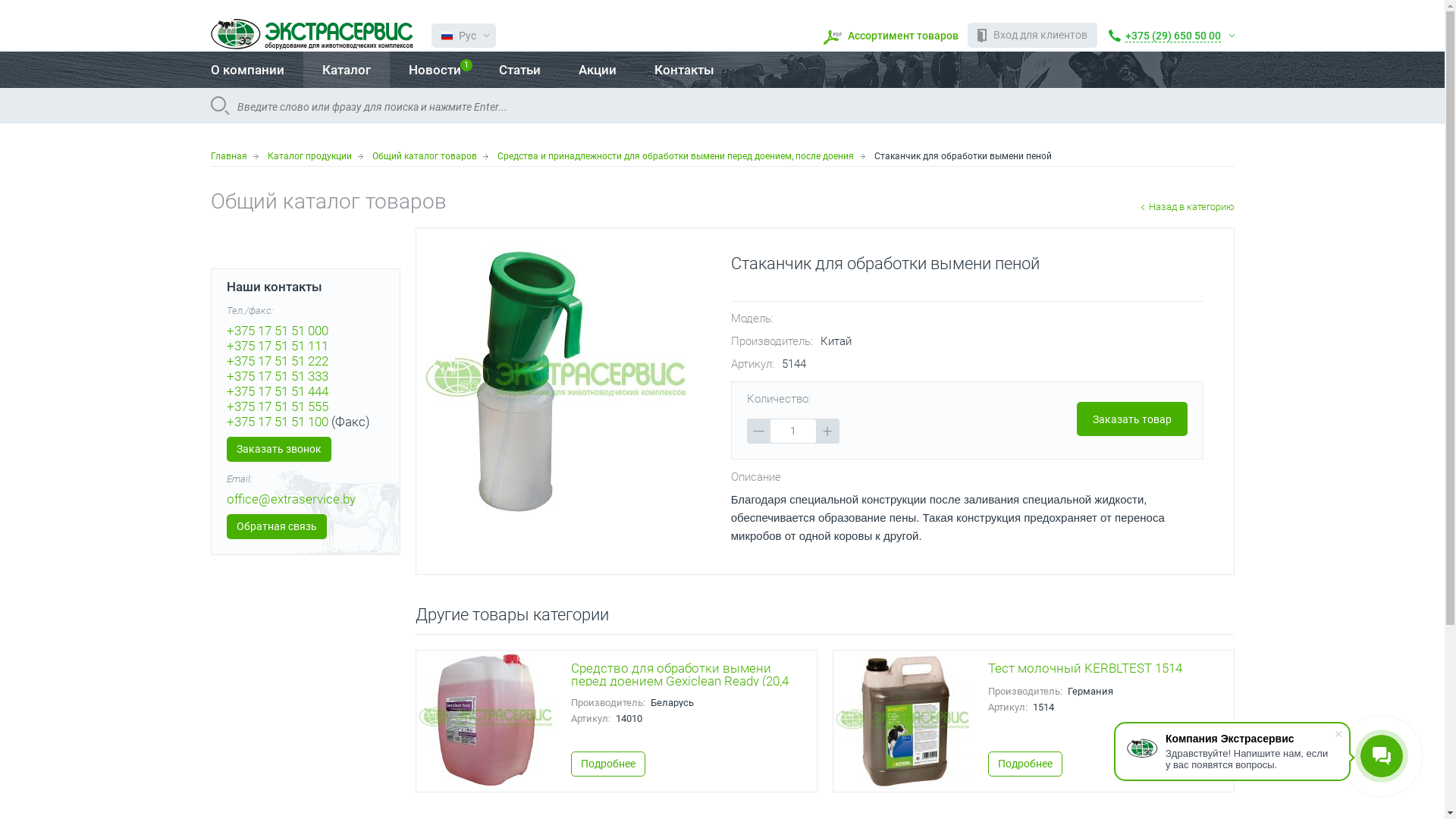 This screenshot has height=819, width=1456. Describe the element at coordinates (224, 406) in the screenshot. I see `'+375 17 51 51 555'` at that location.